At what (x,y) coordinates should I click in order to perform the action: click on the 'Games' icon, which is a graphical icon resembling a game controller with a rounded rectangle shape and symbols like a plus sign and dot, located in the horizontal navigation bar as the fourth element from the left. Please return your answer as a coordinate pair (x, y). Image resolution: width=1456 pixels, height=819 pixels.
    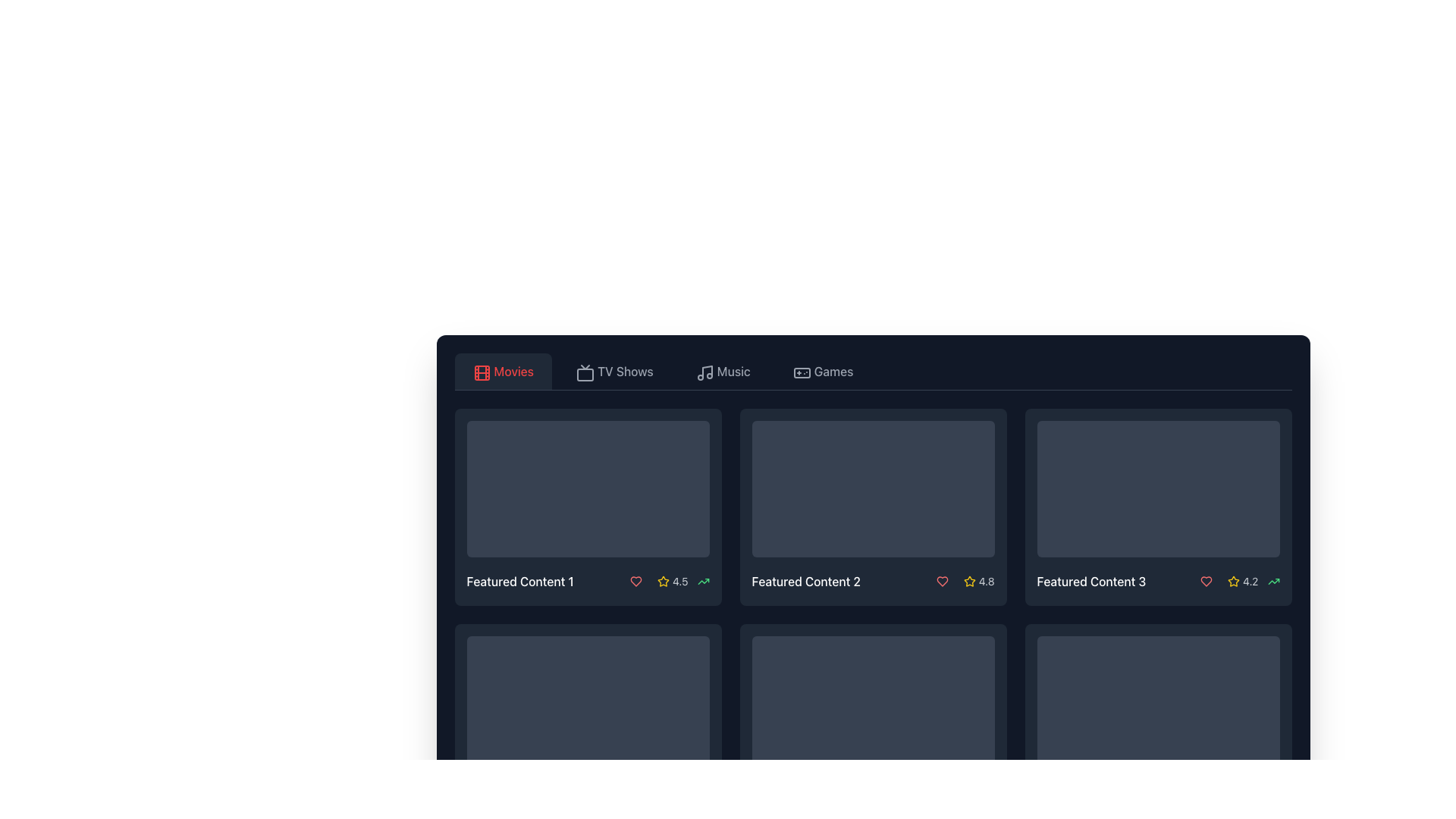
    Looking at the image, I should click on (801, 373).